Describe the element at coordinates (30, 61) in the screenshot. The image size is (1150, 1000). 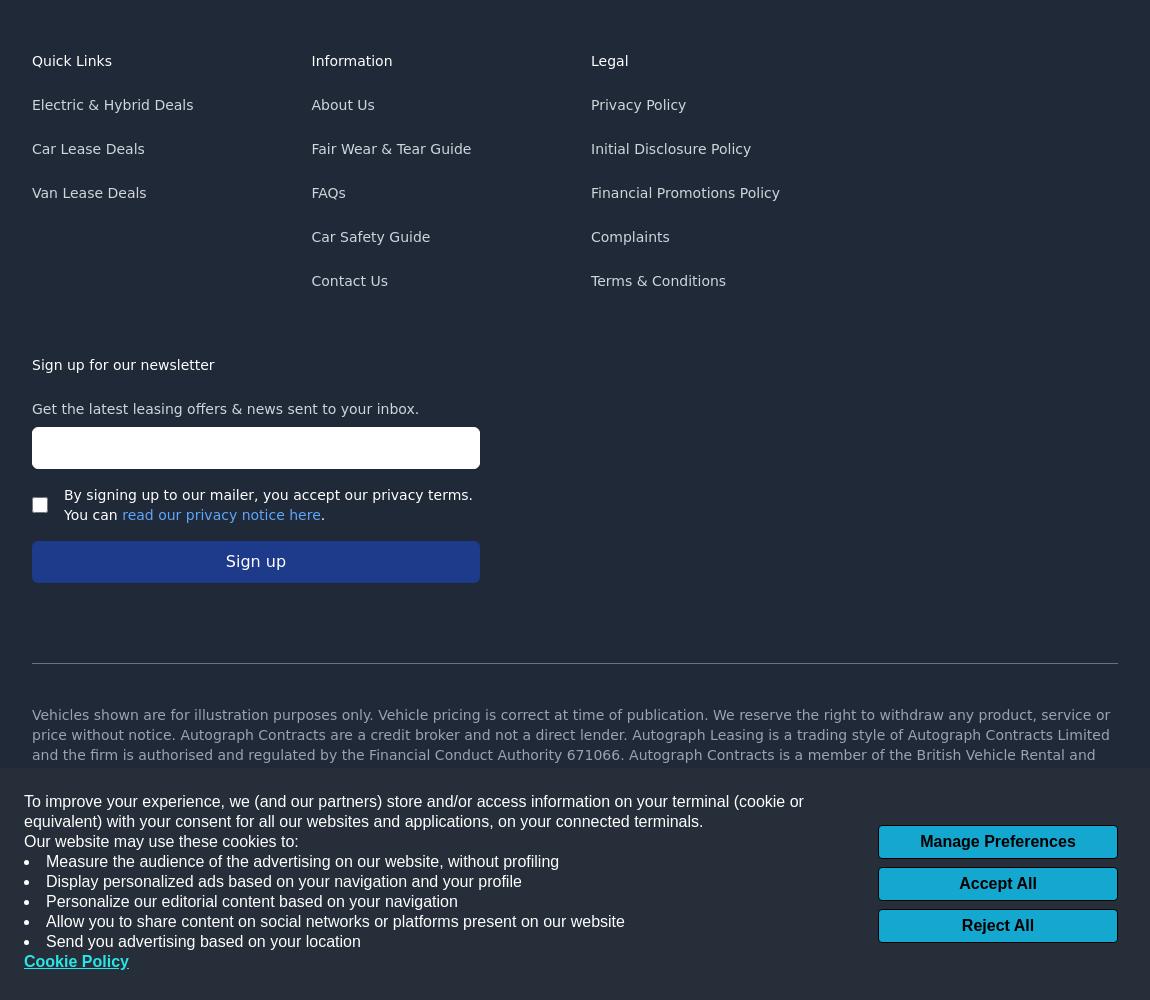
I see `'Quick Links'` at that location.